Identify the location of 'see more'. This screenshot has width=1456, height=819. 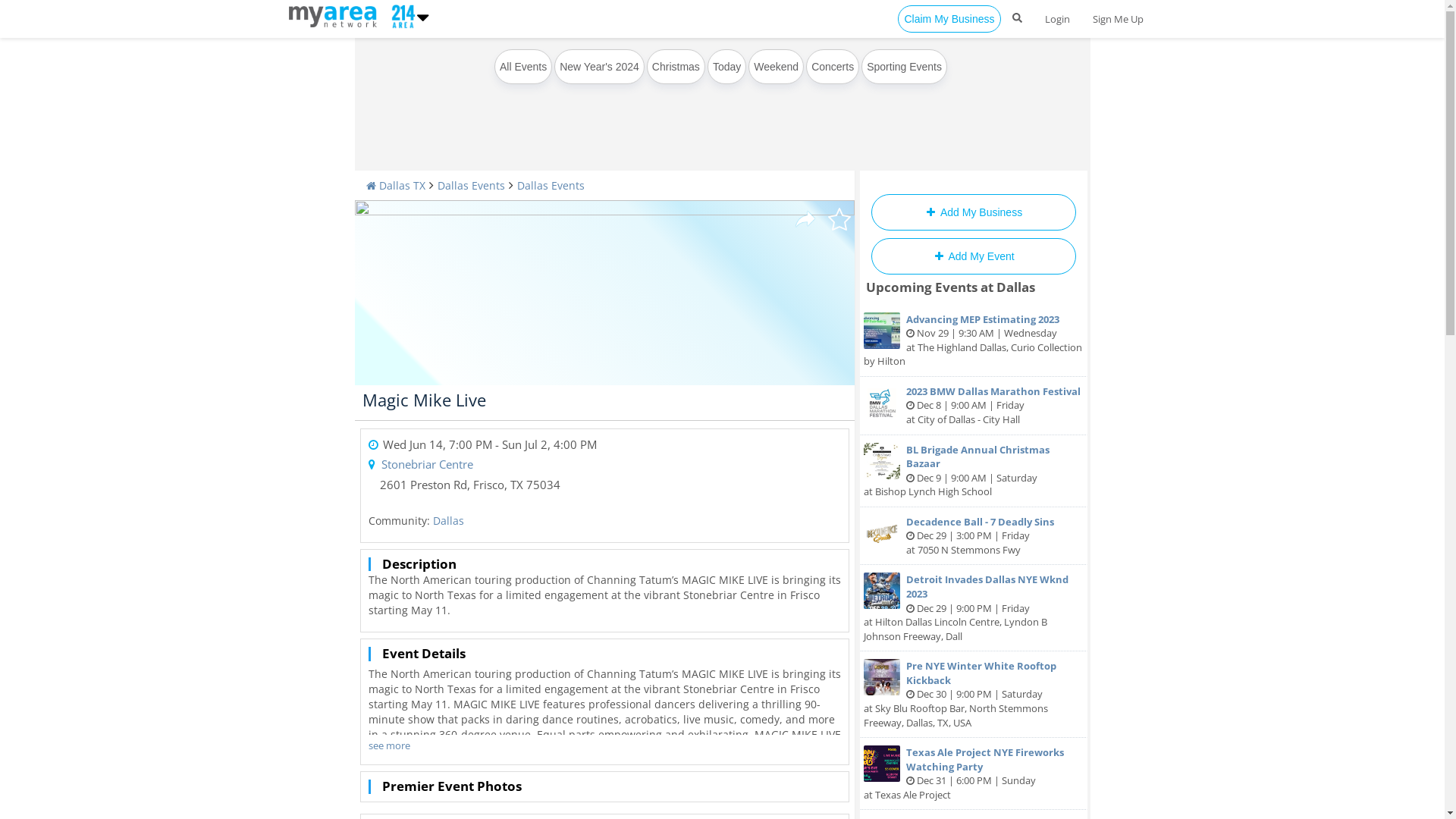
(389, 745).